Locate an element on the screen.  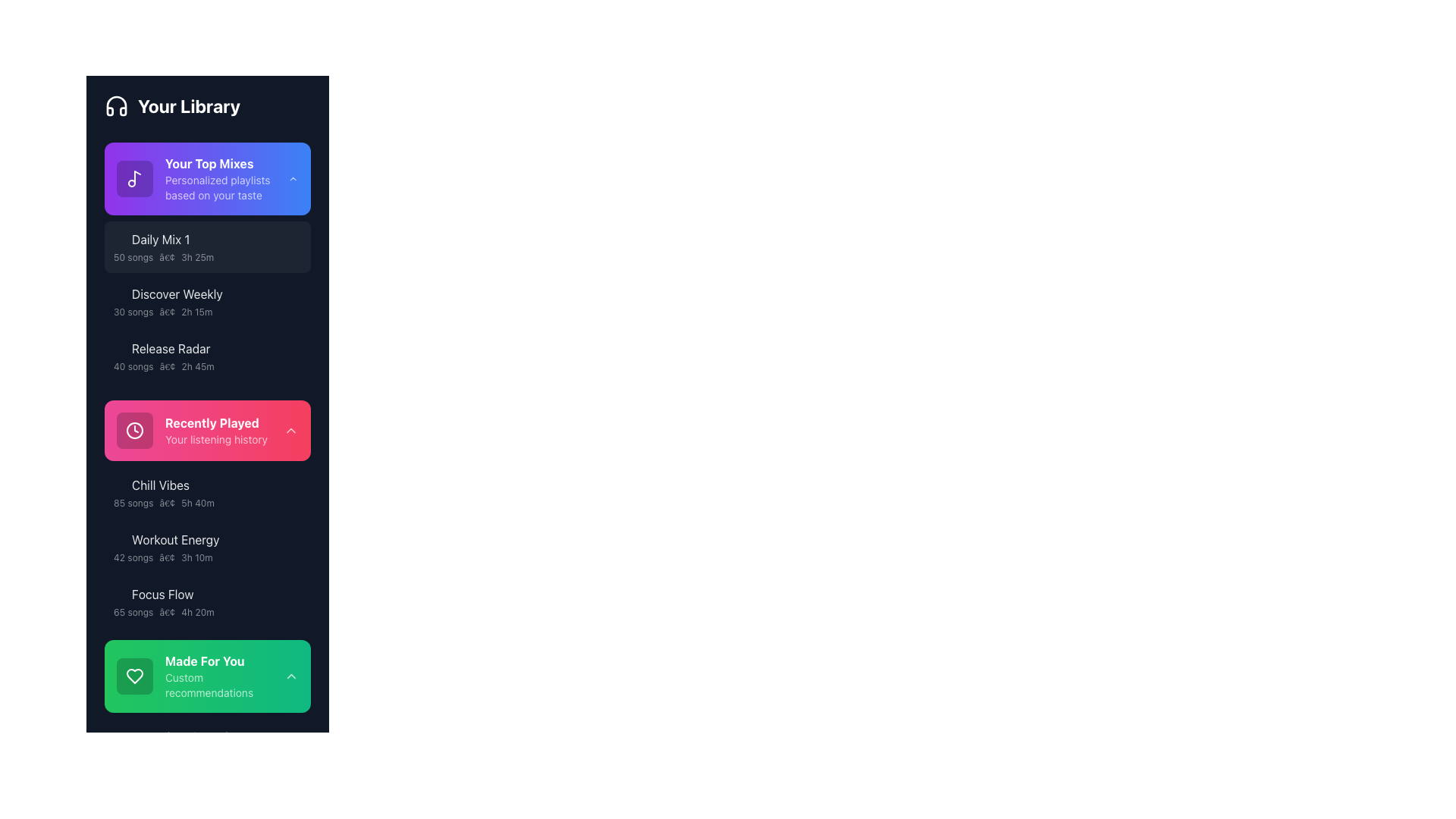
the 'Your Top Mixes' card in the music library interface is located at coordinates (206, 177).